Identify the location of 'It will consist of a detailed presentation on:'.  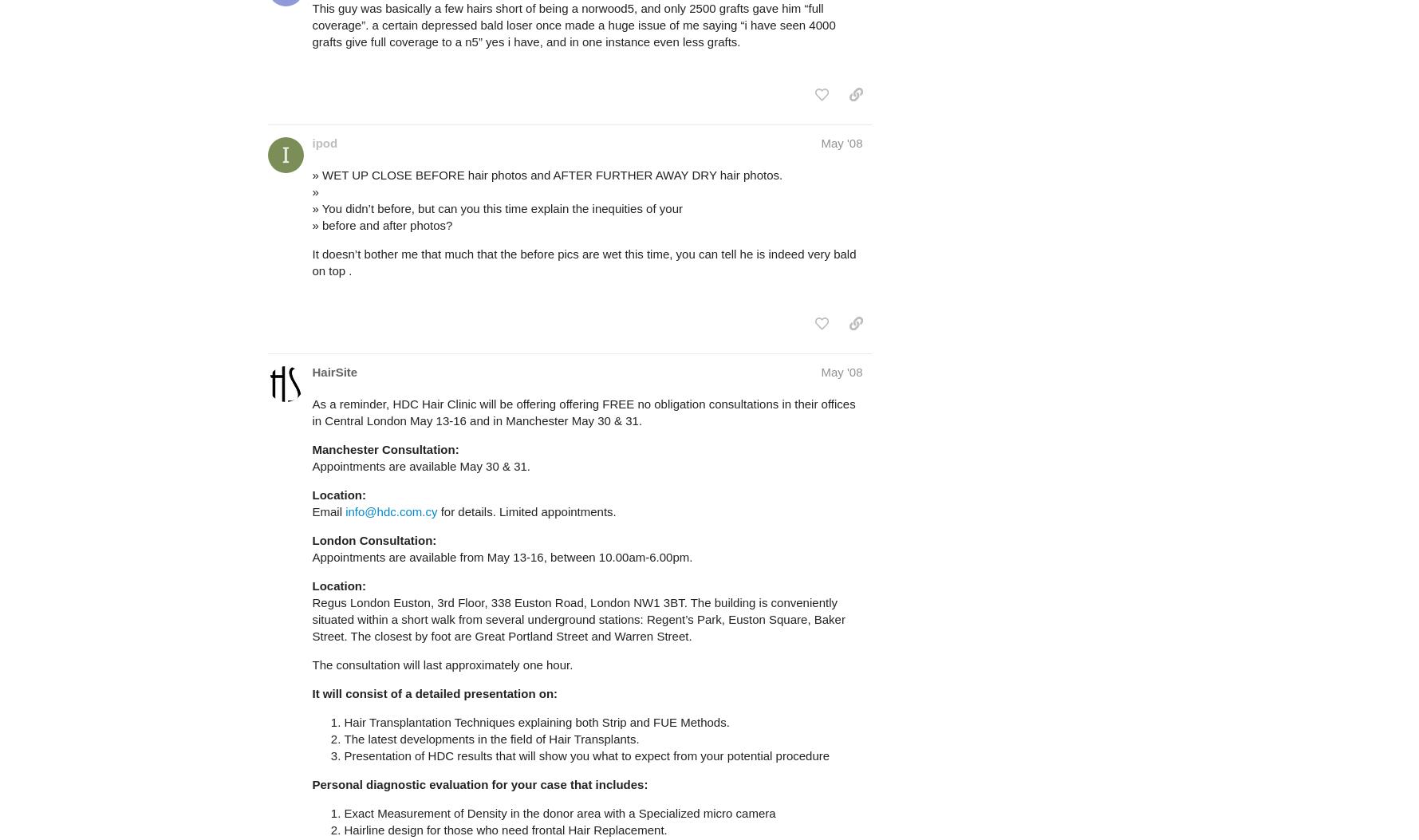
(434, 693).